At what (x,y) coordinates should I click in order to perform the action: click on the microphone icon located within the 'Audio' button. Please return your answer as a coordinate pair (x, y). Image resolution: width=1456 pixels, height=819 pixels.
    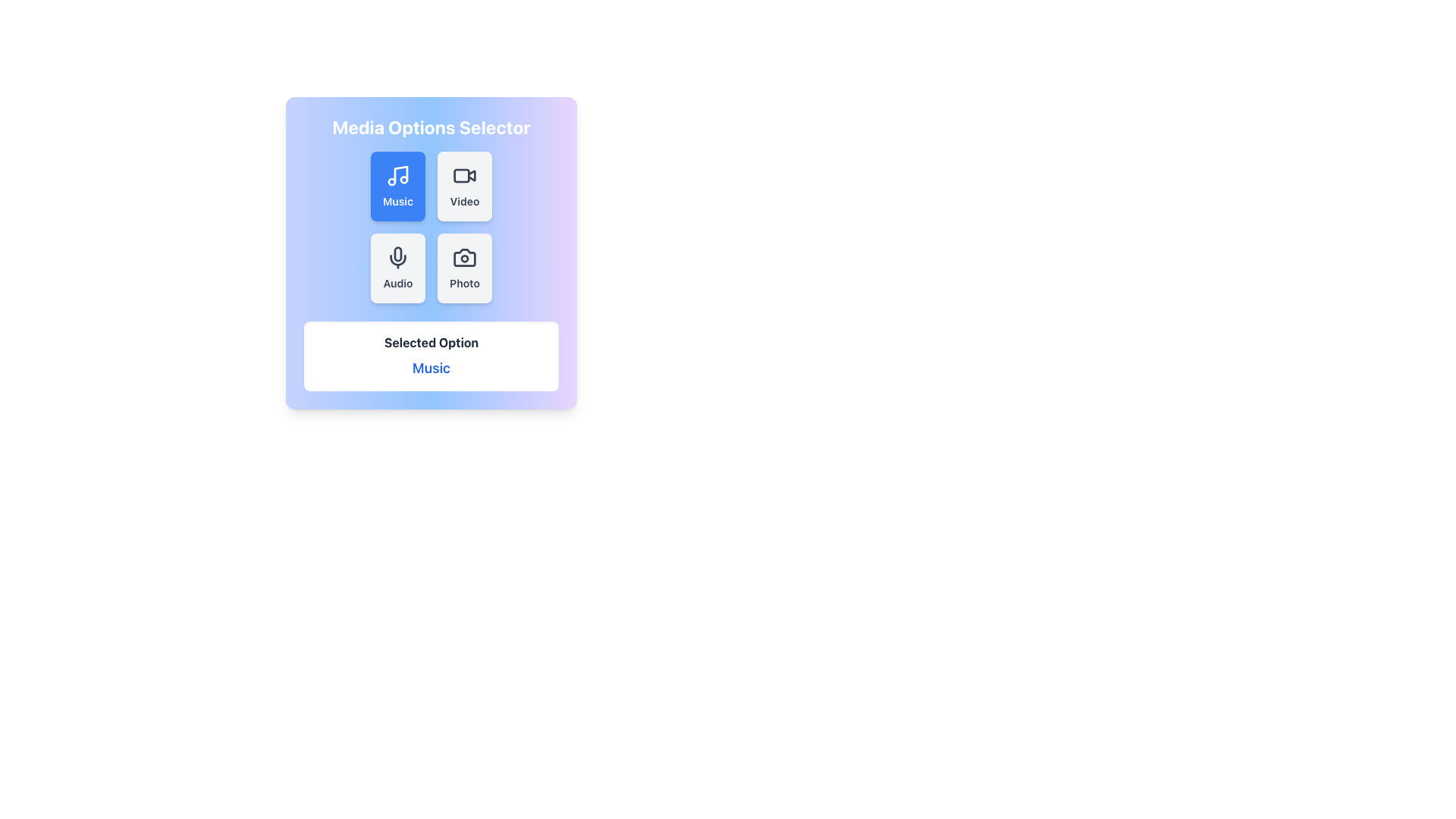
    Looking at the image, I should click on (397, 256).